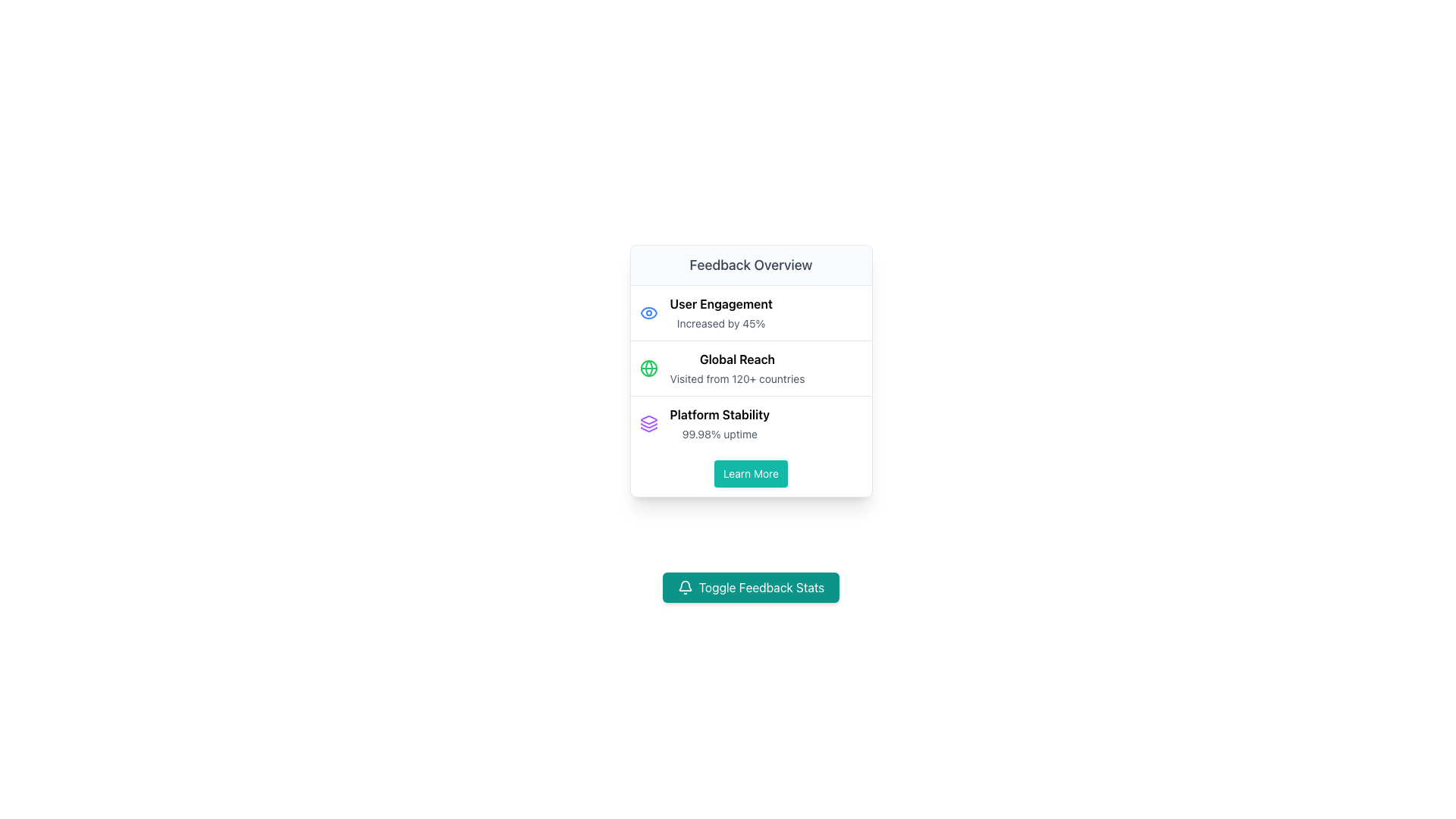 The height and width of the screenshot is (819, 1456). I want to click on the text label reading 'Increased by 45%' which is positioned below 'User Engagement' in the 'Feedback Overview' card, so click(720, 323).